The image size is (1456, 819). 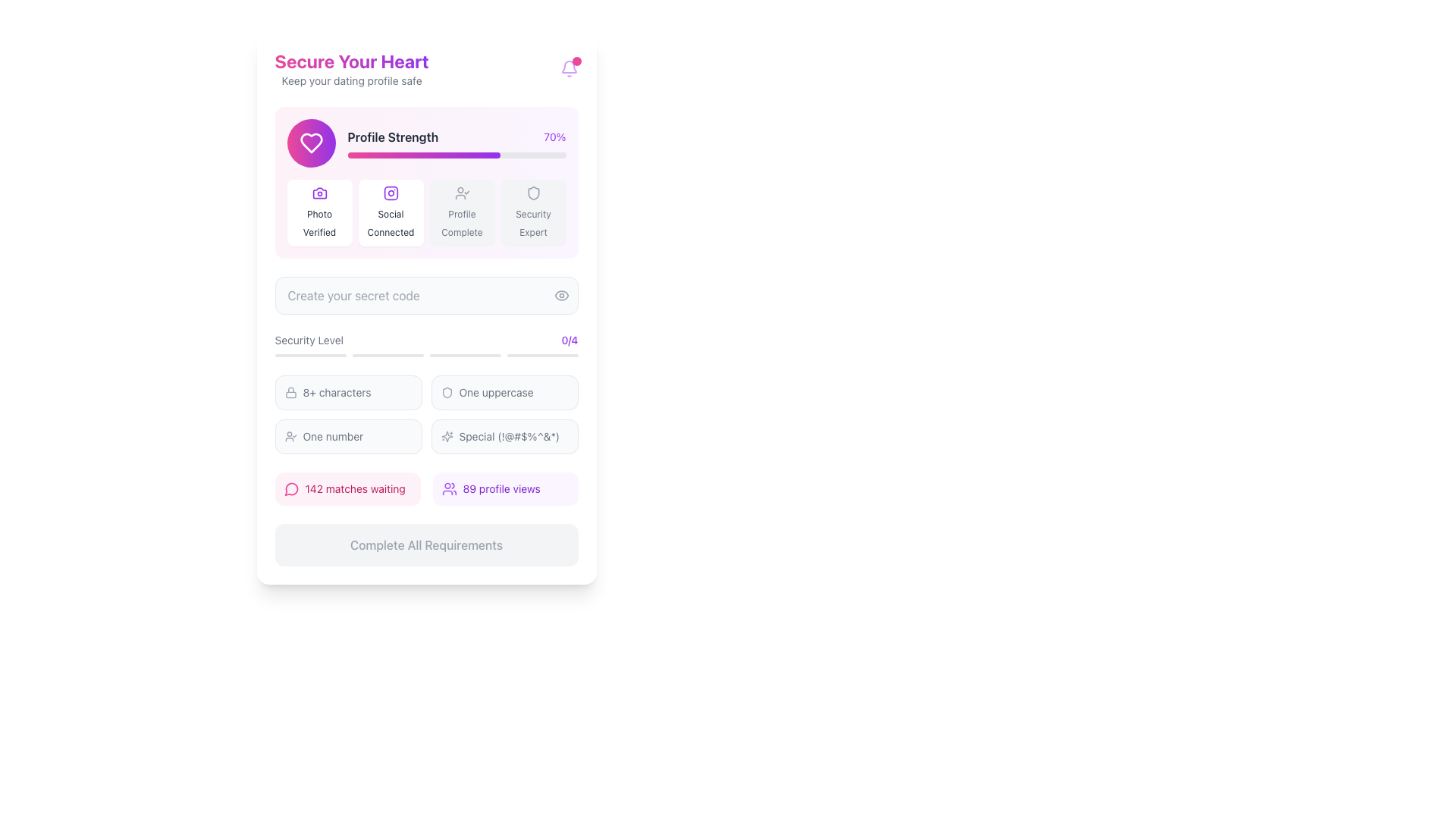 I want to click on the profile strength indicator element, which features a circular icon with a gradient background transitioning from pink to purple, a heart symbol in the center, bold text 'Profile Strength', and a numeric percentage '70%' with a partially filled progress bar below, so click(x=425, y=143).